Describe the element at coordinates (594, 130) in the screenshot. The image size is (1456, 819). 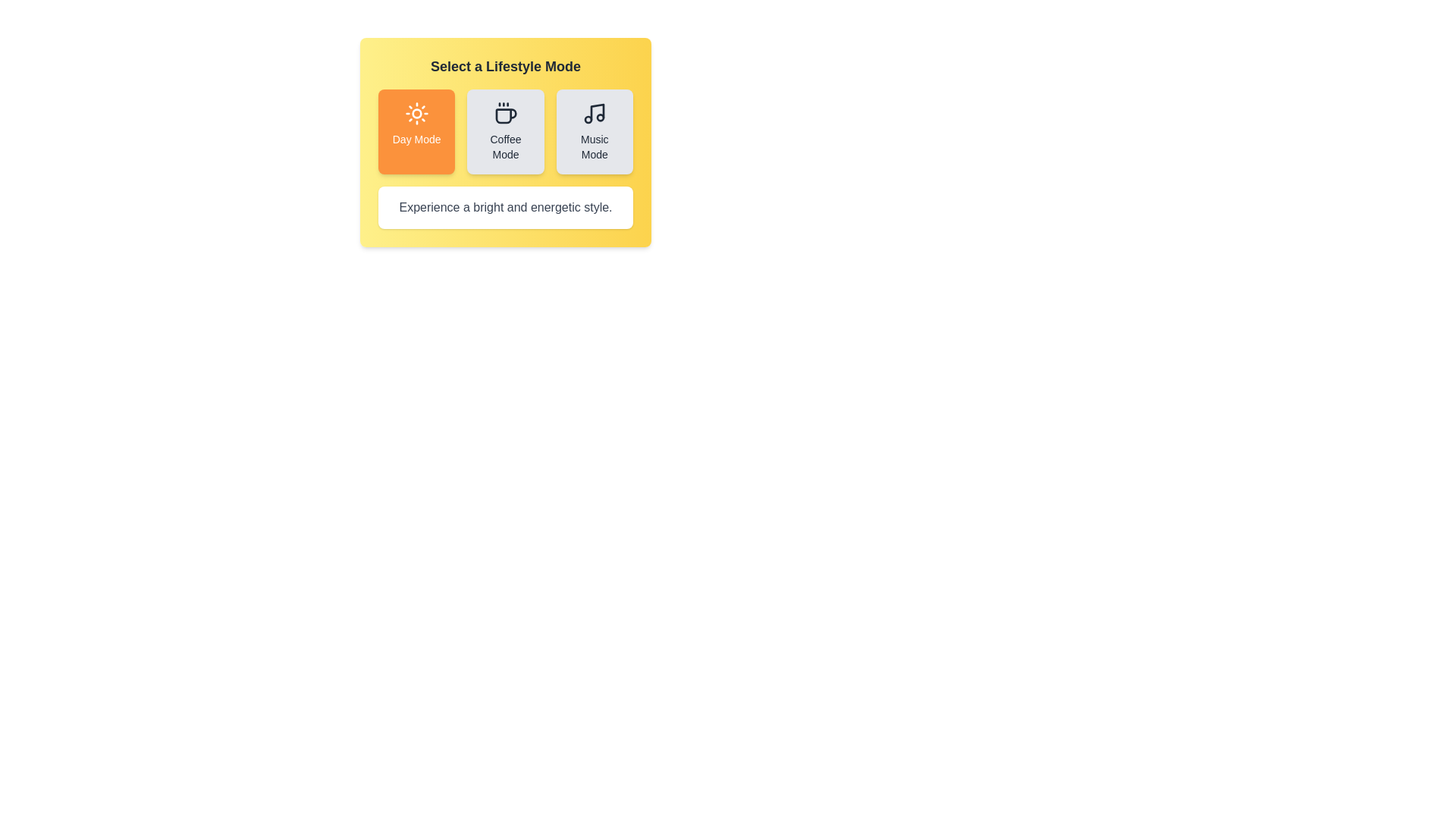
I see `the button corresponding to Music` at that location.